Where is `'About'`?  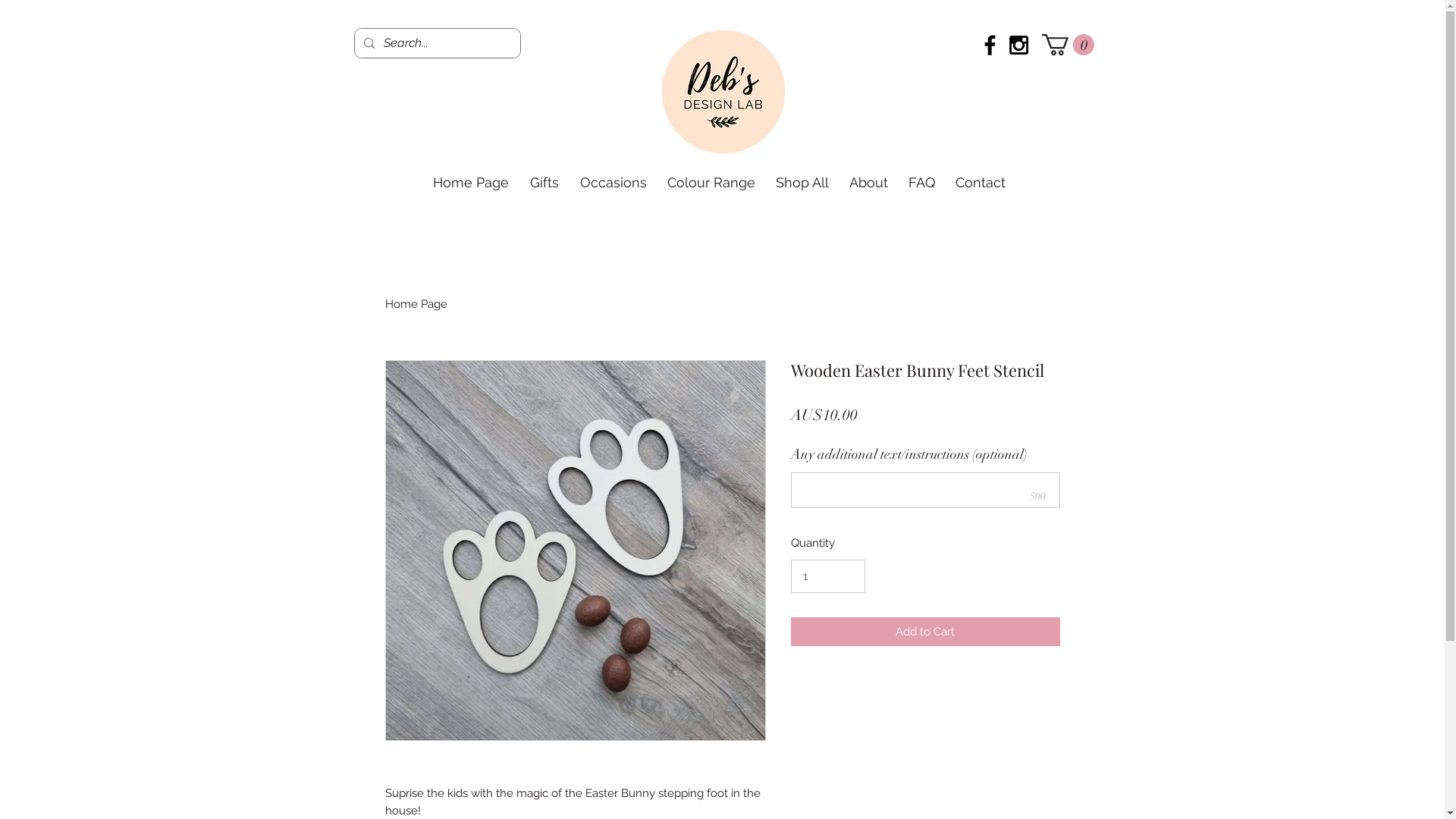
'About' is located at coordinates (868, 181).